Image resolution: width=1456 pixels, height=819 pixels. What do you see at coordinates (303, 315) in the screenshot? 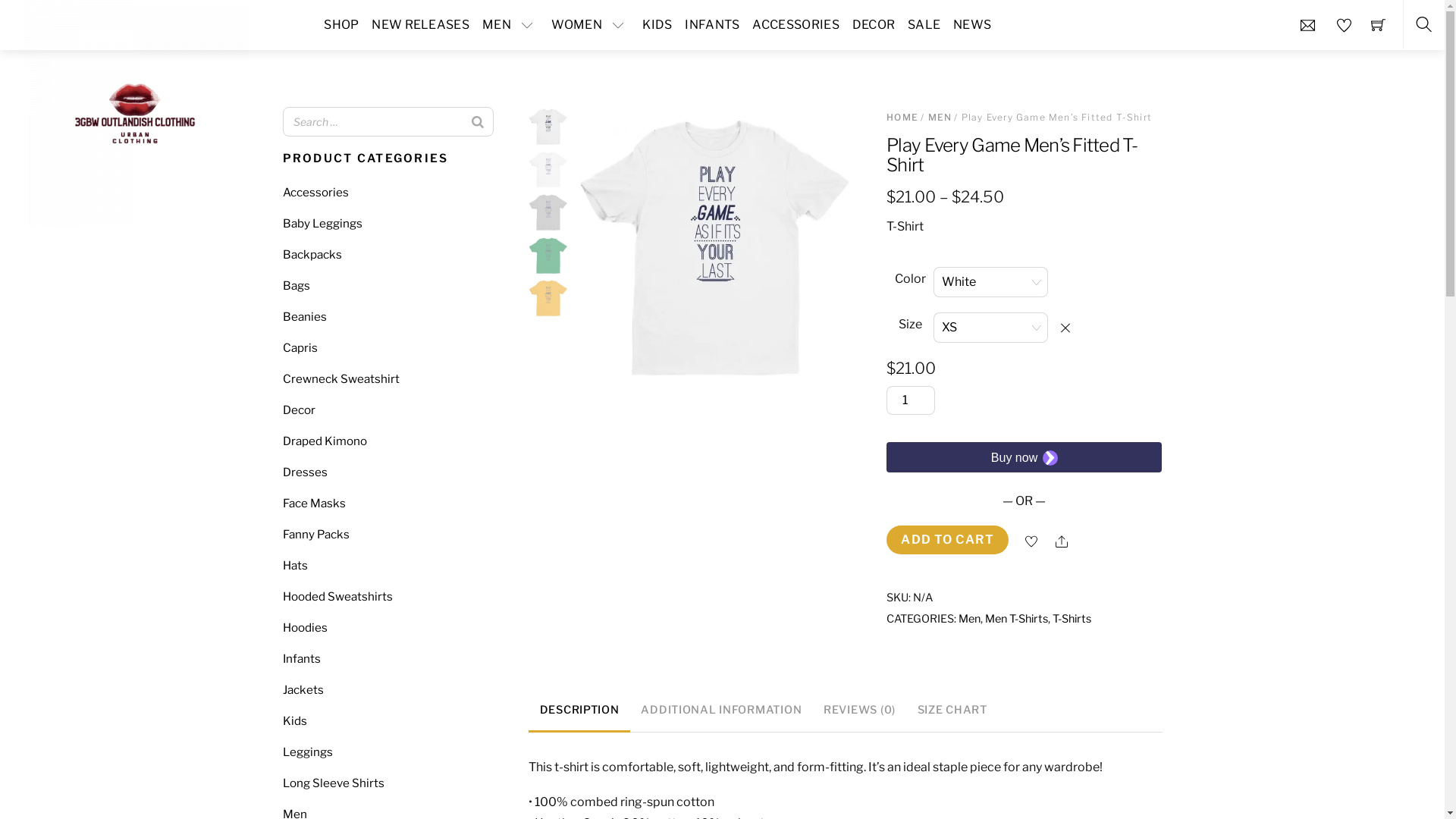
I see `'Beanies'` at bounding box center [303, 315].